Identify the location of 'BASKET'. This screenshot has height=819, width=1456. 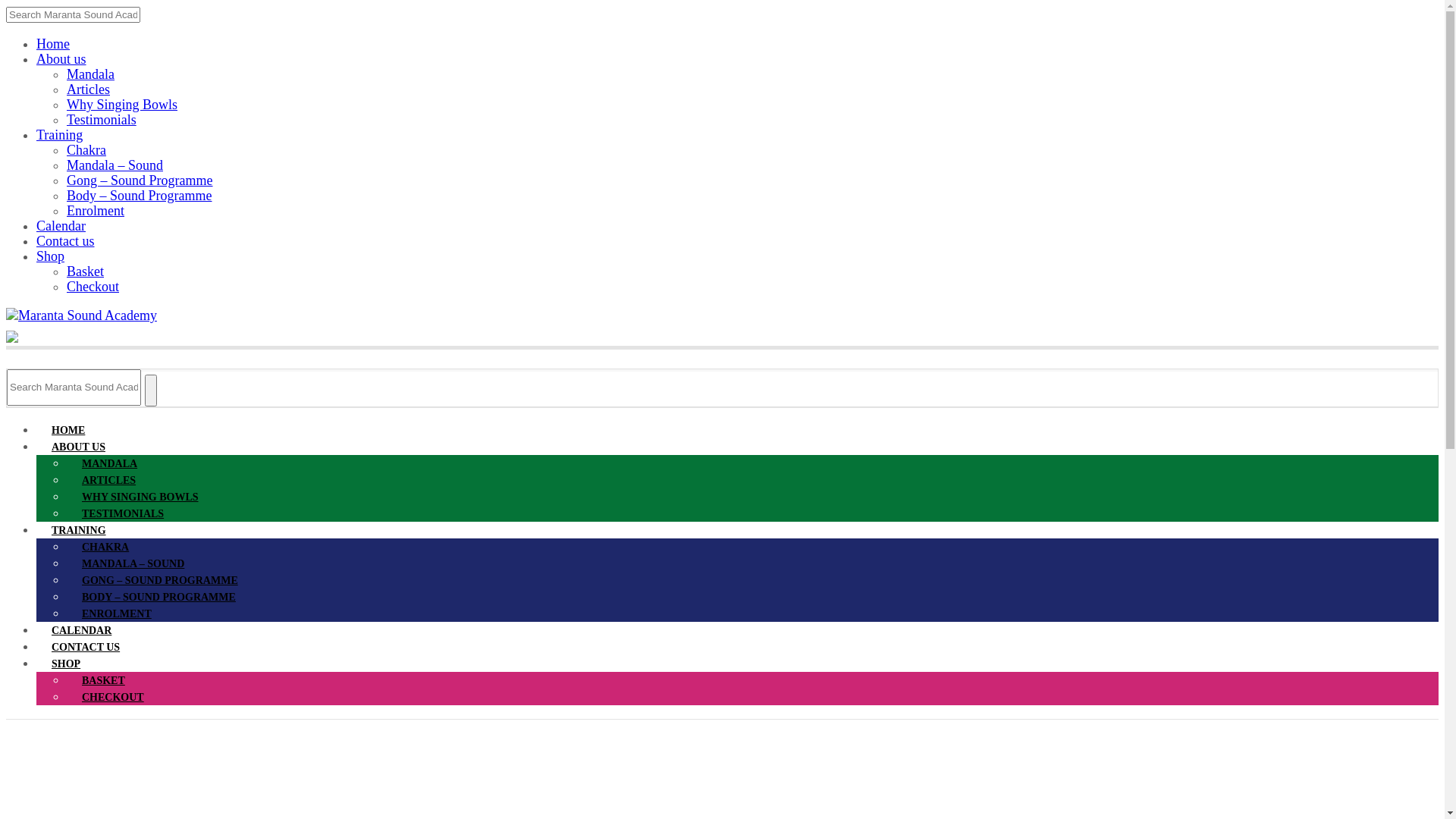
(102, 679).